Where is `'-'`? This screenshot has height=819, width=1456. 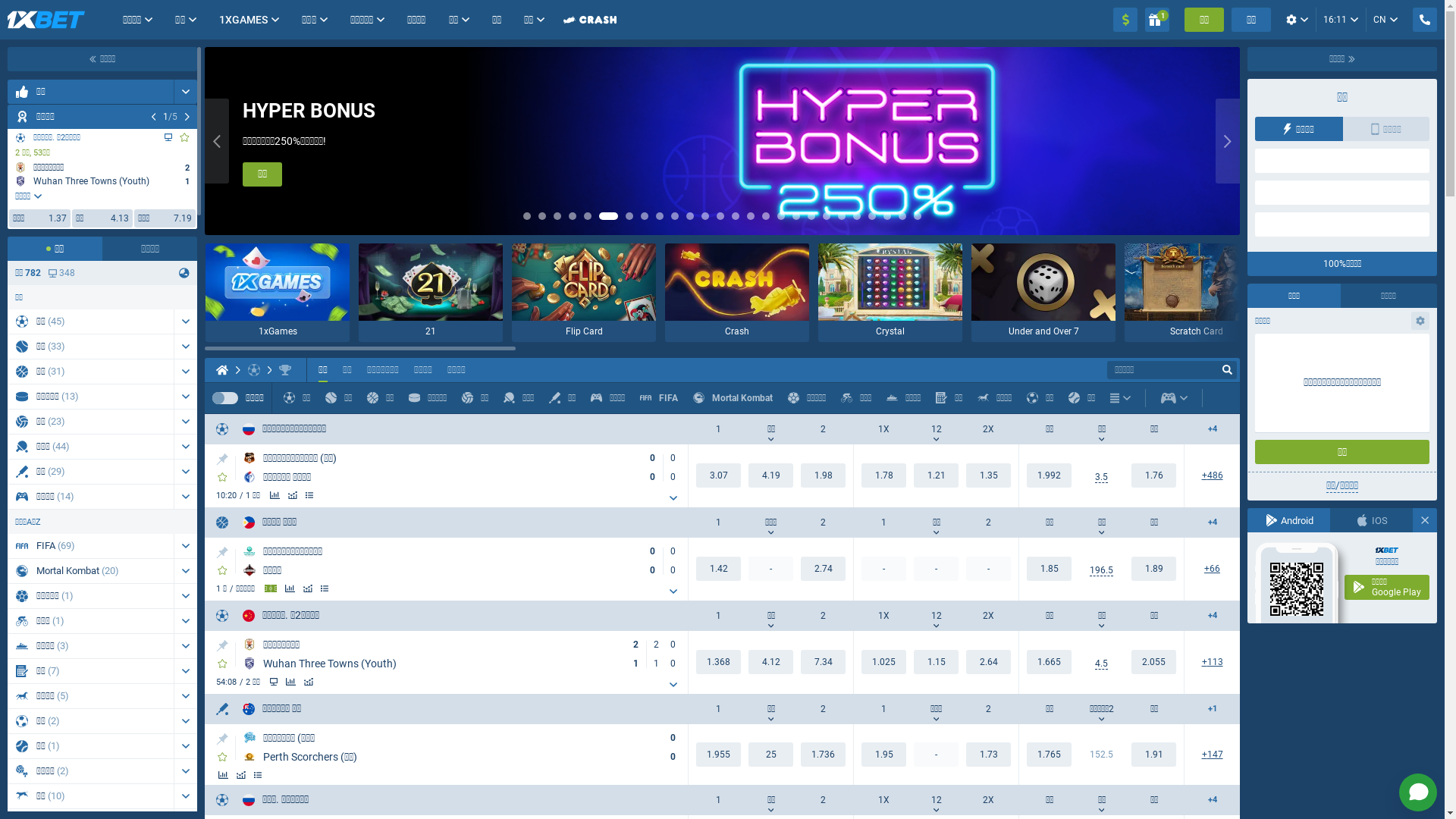
'-' is located at coordinates (883, 568).